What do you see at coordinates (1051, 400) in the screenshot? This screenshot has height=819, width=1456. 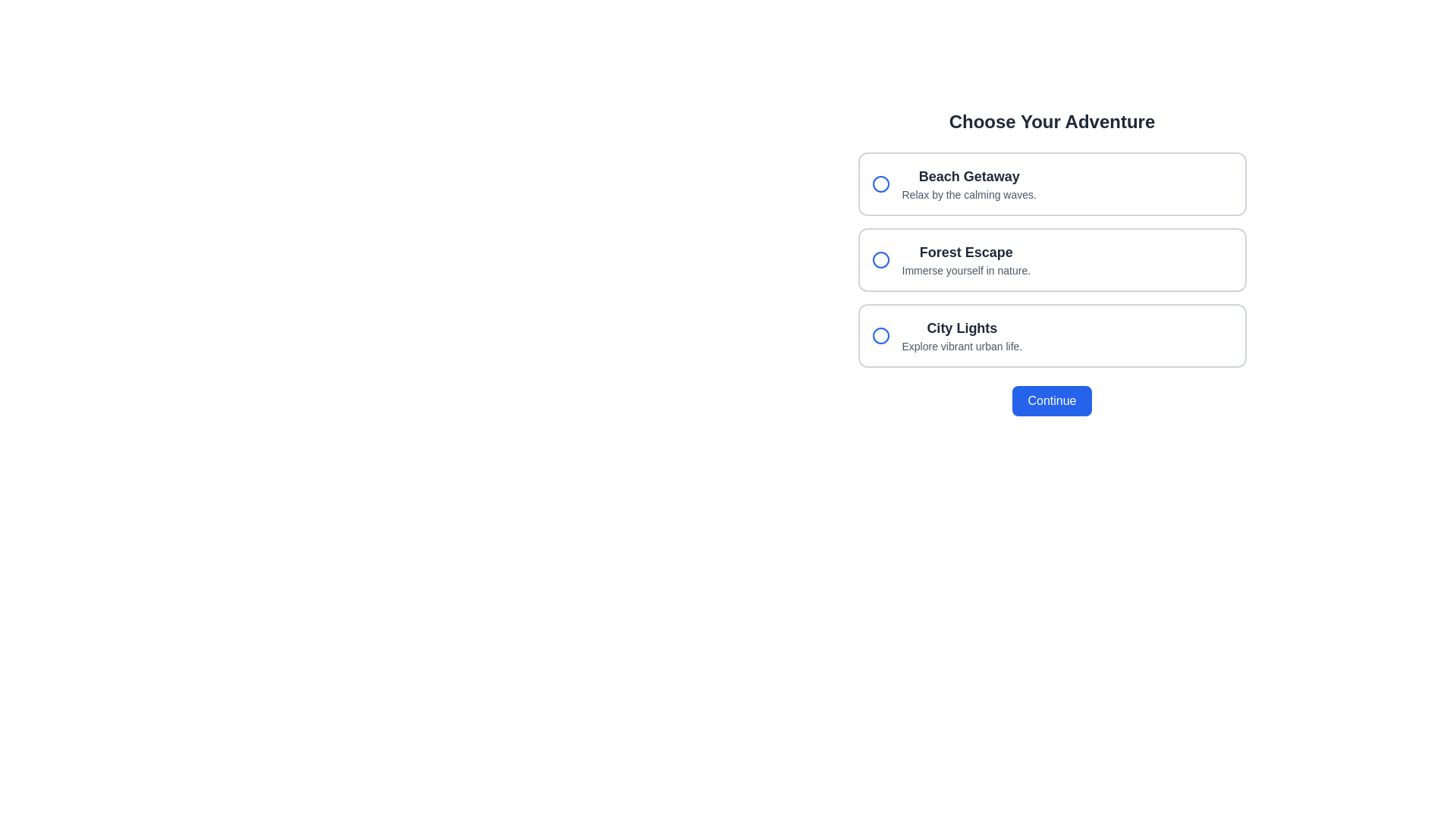 I see `the 'Continue' button with a blue background and rounded edges, located below the options 'Beach Getaway', 'Forest Escape', and 'City Lights'` at bounding box center [1051, 400].